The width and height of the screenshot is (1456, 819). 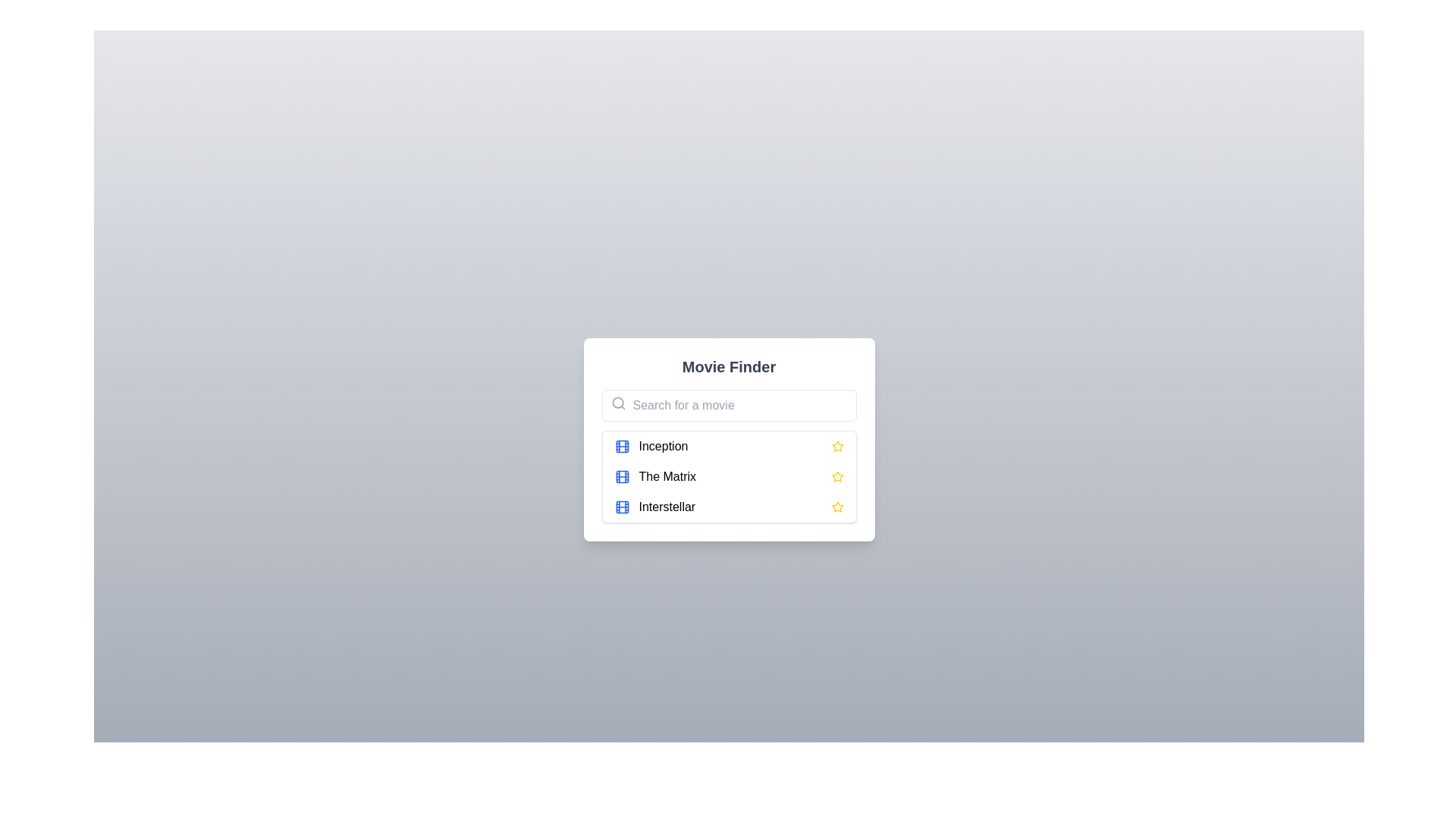 What do you see at coordinates (667, 507) in the screenshot?
I see `the static text label 'Interstellar'` at bounding box center [667, 507].